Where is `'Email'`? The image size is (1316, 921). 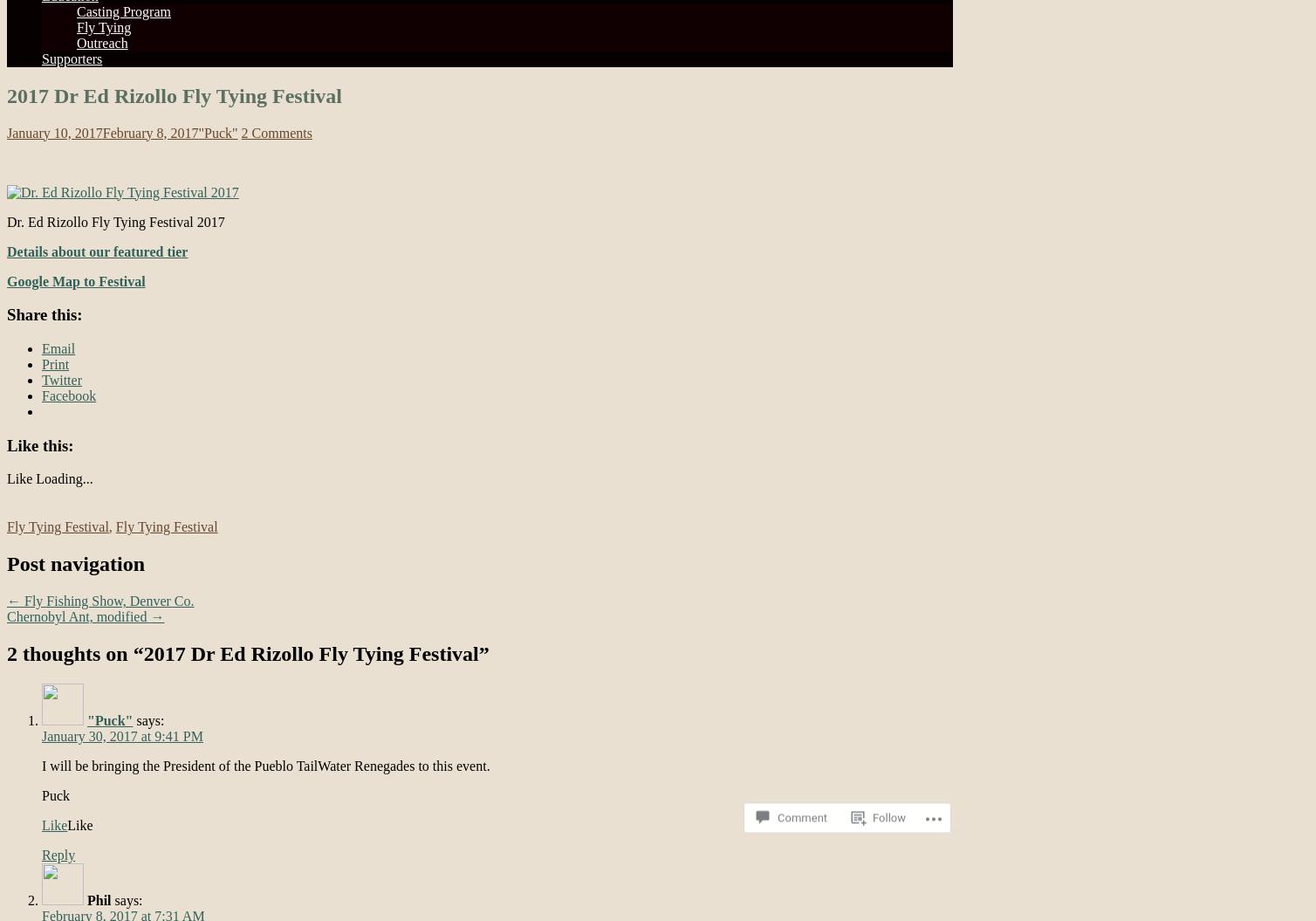
'Email' is located at coordinates (58, 347).